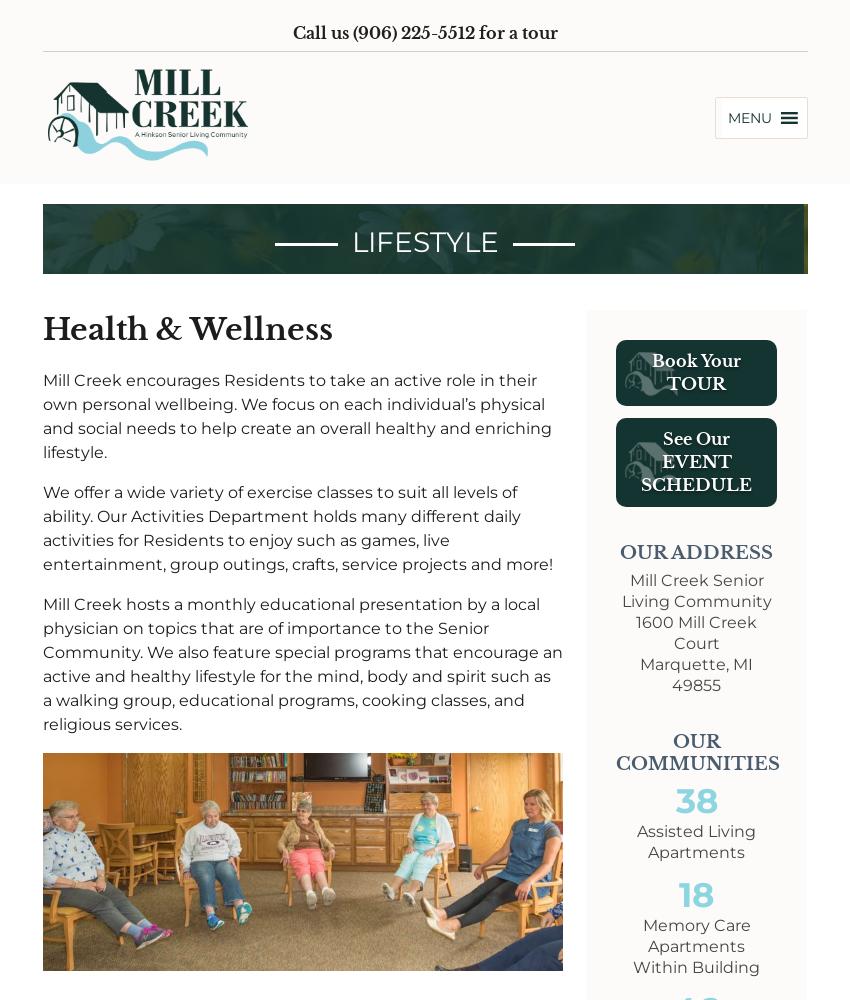  I want to click on 'Mill Creek Senior Living Community', so click(694, 589).